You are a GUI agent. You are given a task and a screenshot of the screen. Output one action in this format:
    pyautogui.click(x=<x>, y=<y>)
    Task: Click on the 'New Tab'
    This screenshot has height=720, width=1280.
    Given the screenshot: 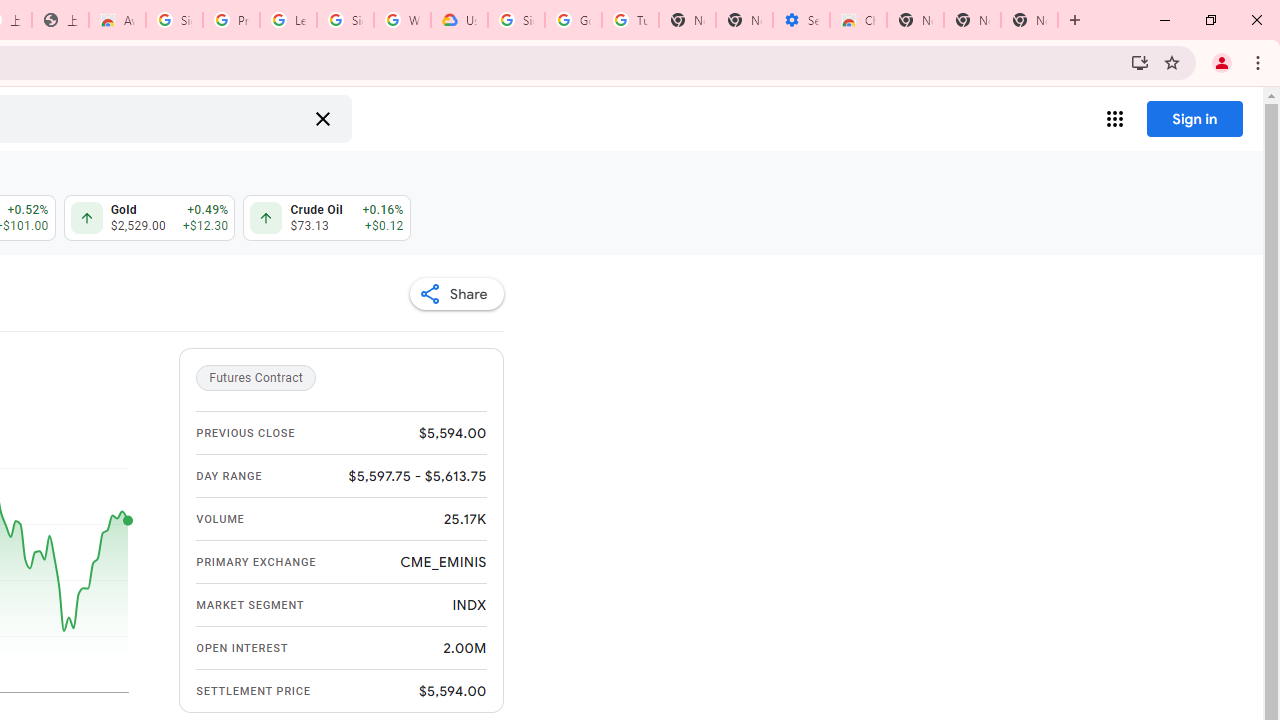 What is the action you would take?
    pyautogui.click(x=1029, y=20)
    